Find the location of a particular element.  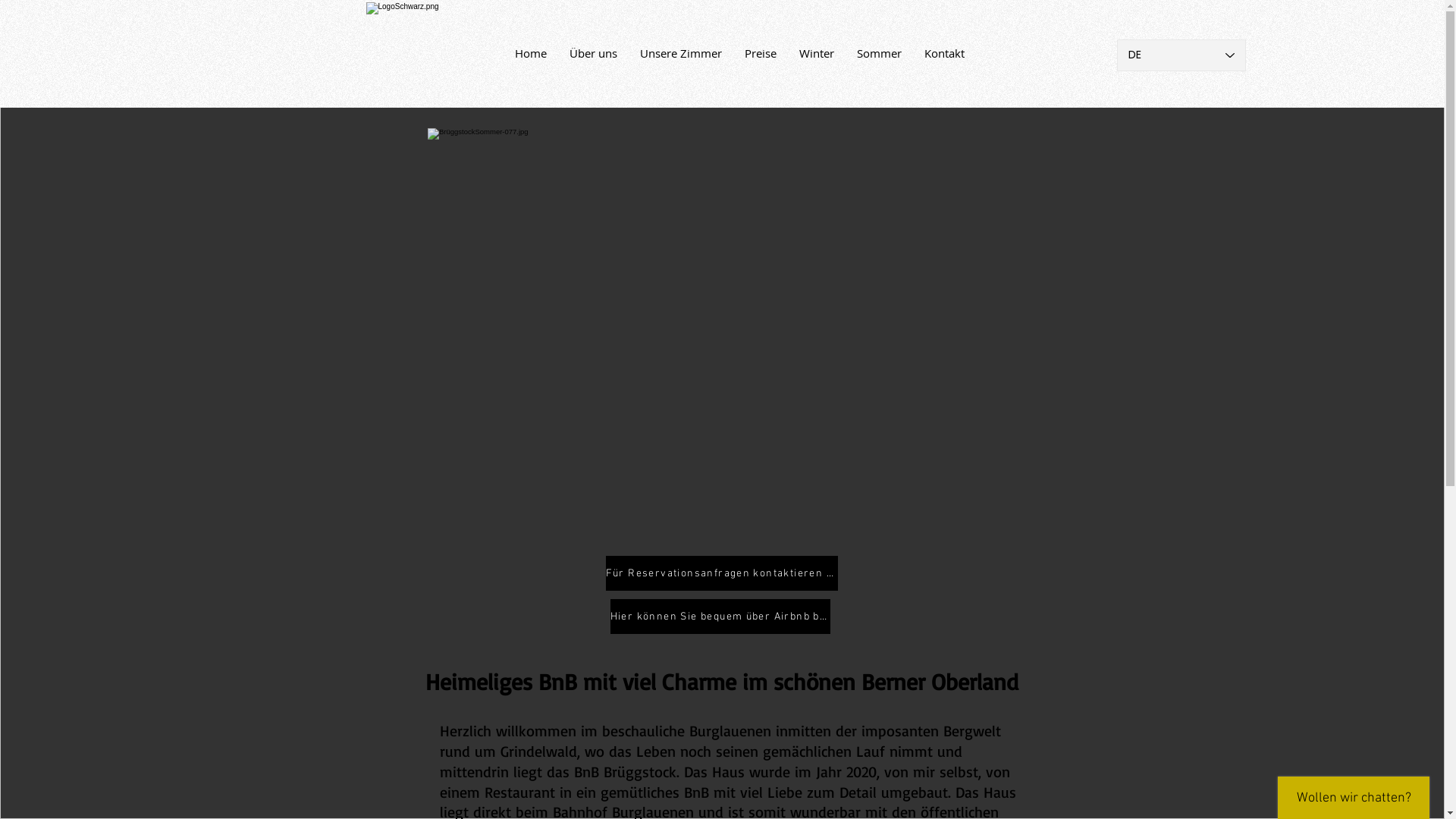

'Kontakt' is located at coordinates (943, 52).